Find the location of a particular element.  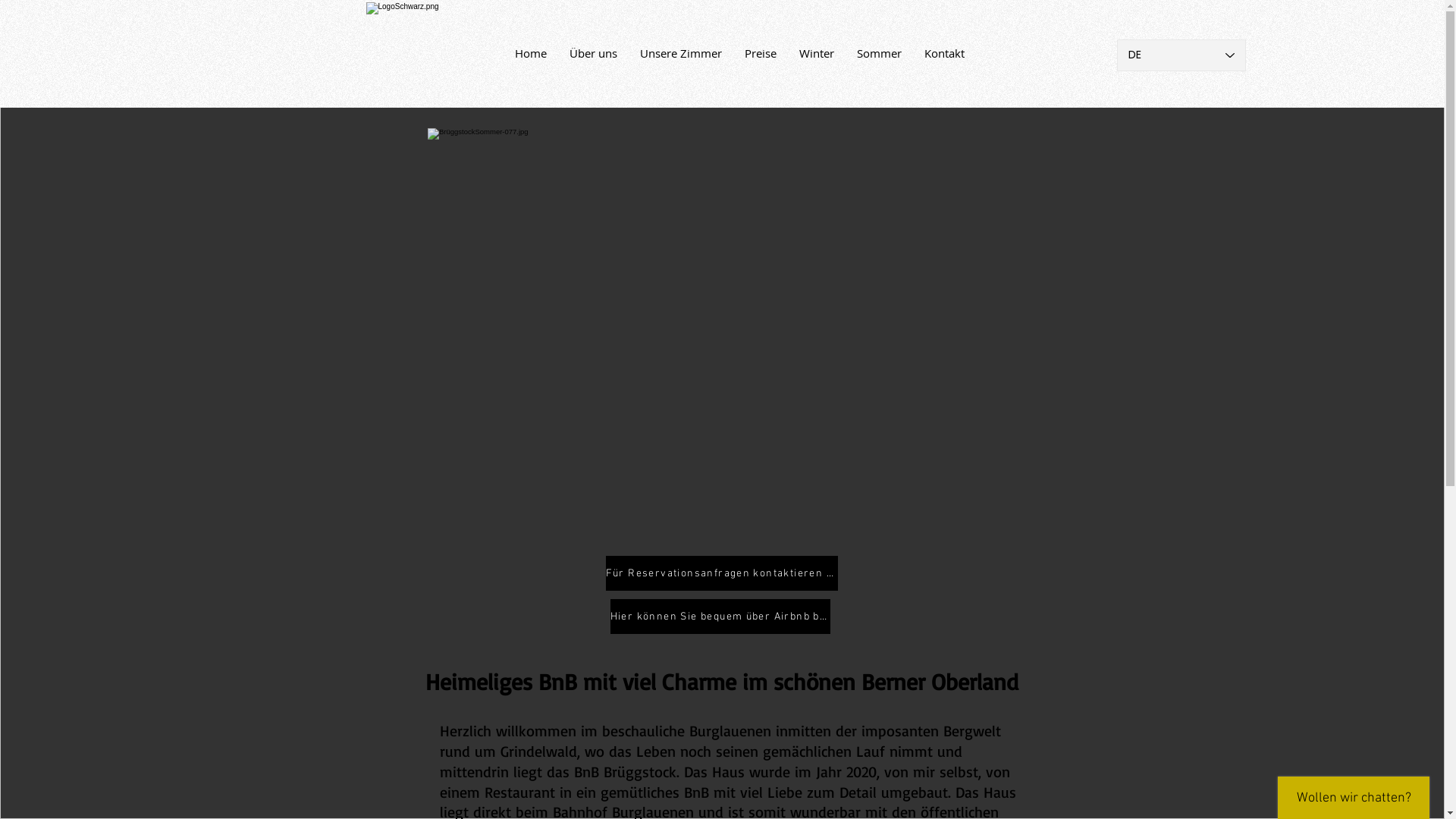

'Kontakt' is located at coordinates (943, 52).